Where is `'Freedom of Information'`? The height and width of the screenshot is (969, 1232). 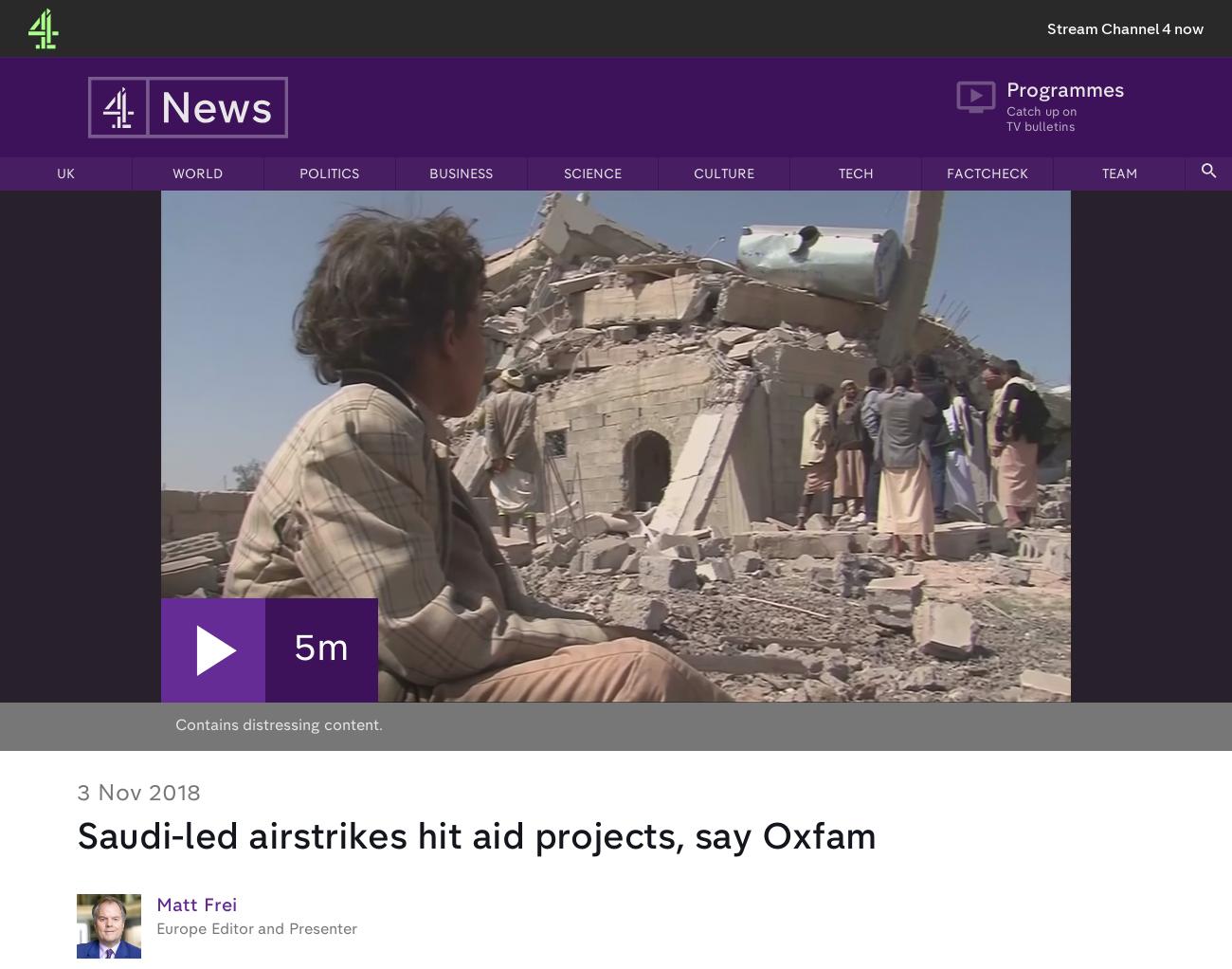 'Freedom of Information' is located at coordinates (813, 853).